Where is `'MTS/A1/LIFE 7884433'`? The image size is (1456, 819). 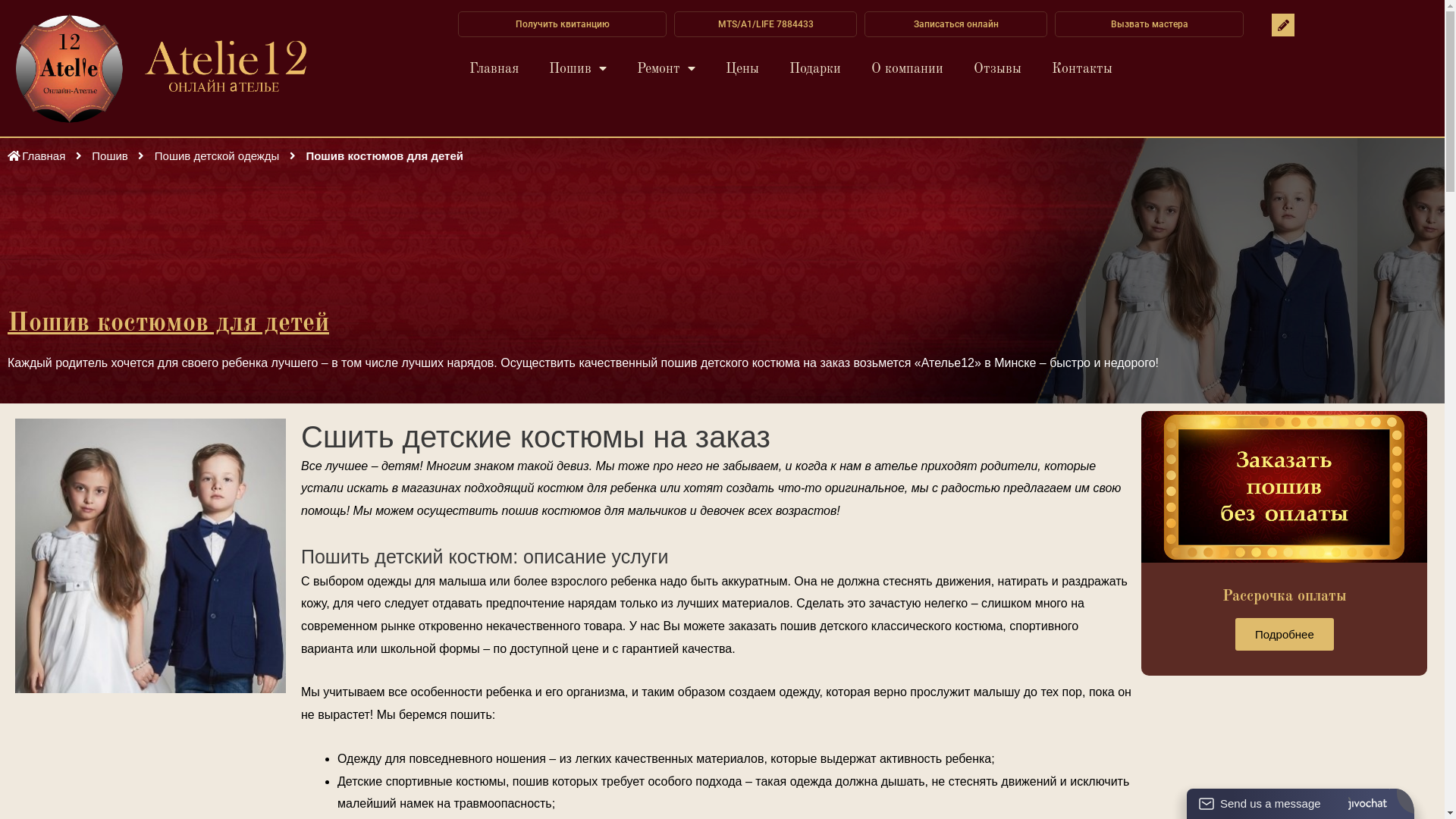 'MTS/A1/LIFE 7884433' is located at coordinates (765, 24).